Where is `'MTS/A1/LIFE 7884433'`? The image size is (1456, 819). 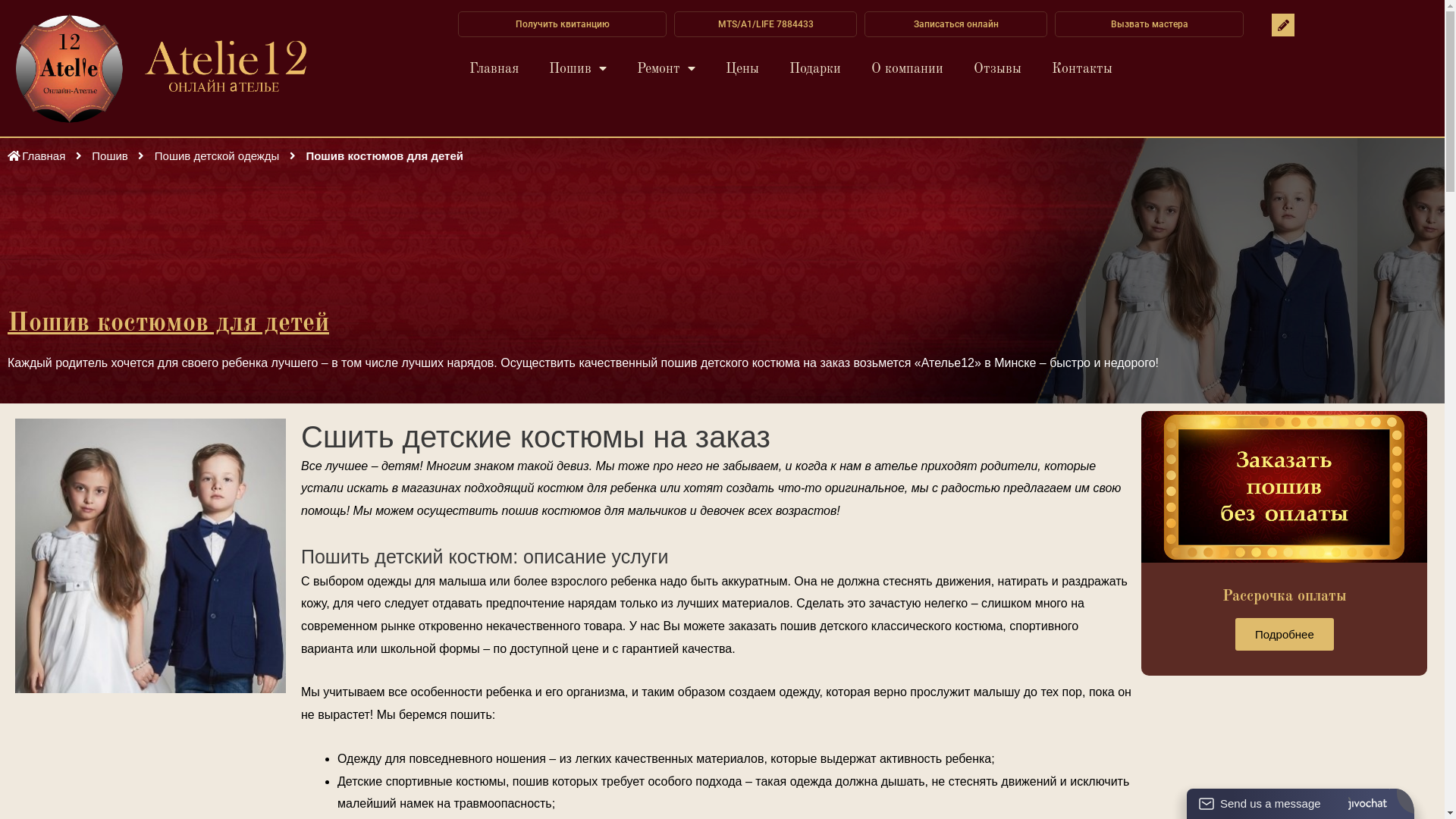 'MTS/A1/LIFE 7884433' is located at coordinates (765, 24).